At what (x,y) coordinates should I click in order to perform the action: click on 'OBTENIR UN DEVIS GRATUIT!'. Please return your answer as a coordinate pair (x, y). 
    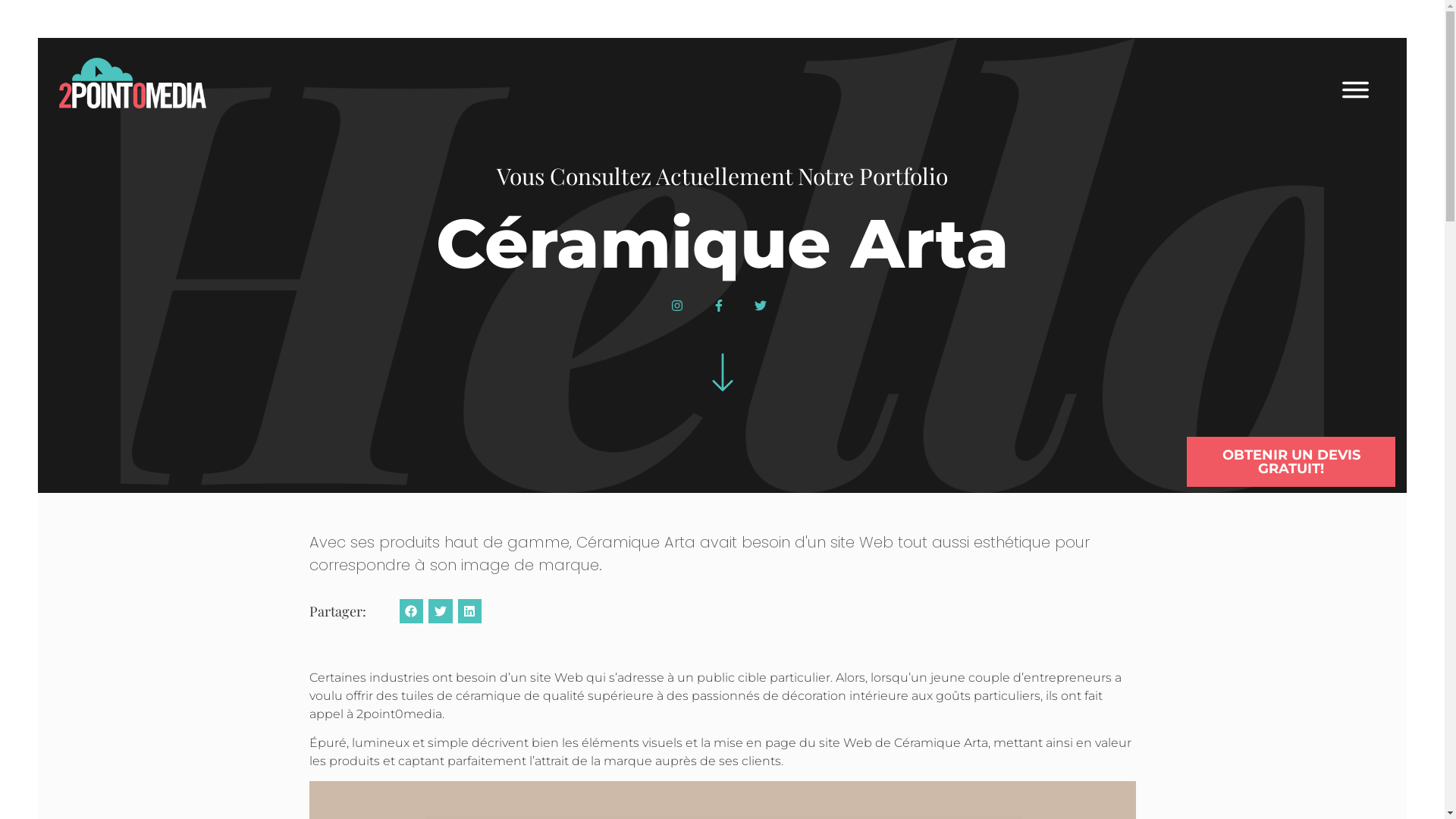
    Looking at the image, I should click on (1290, 461).